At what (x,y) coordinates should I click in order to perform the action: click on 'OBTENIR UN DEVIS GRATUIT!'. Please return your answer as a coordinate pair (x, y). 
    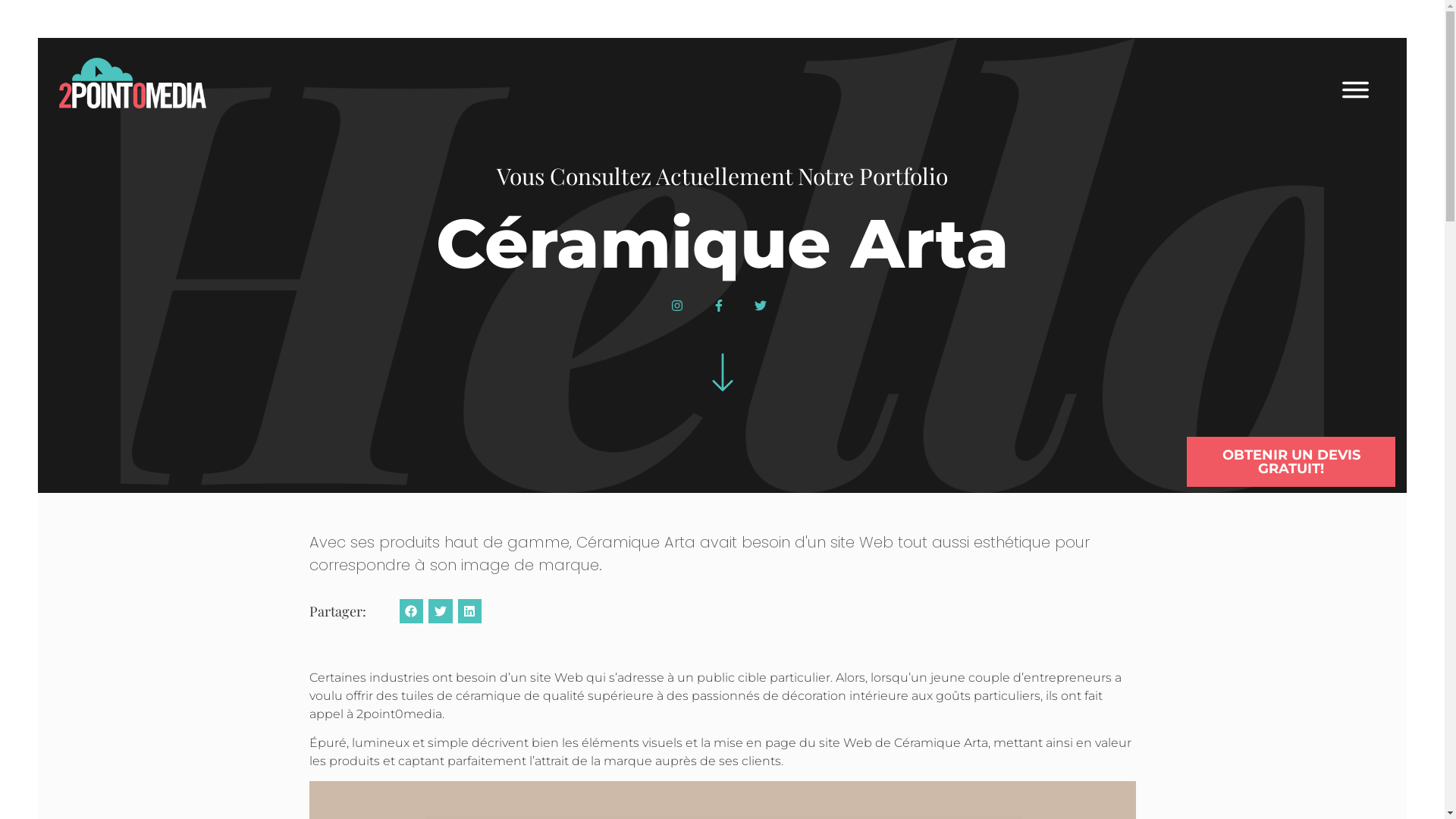
    Looking at the image, I should click on (1290, 461).